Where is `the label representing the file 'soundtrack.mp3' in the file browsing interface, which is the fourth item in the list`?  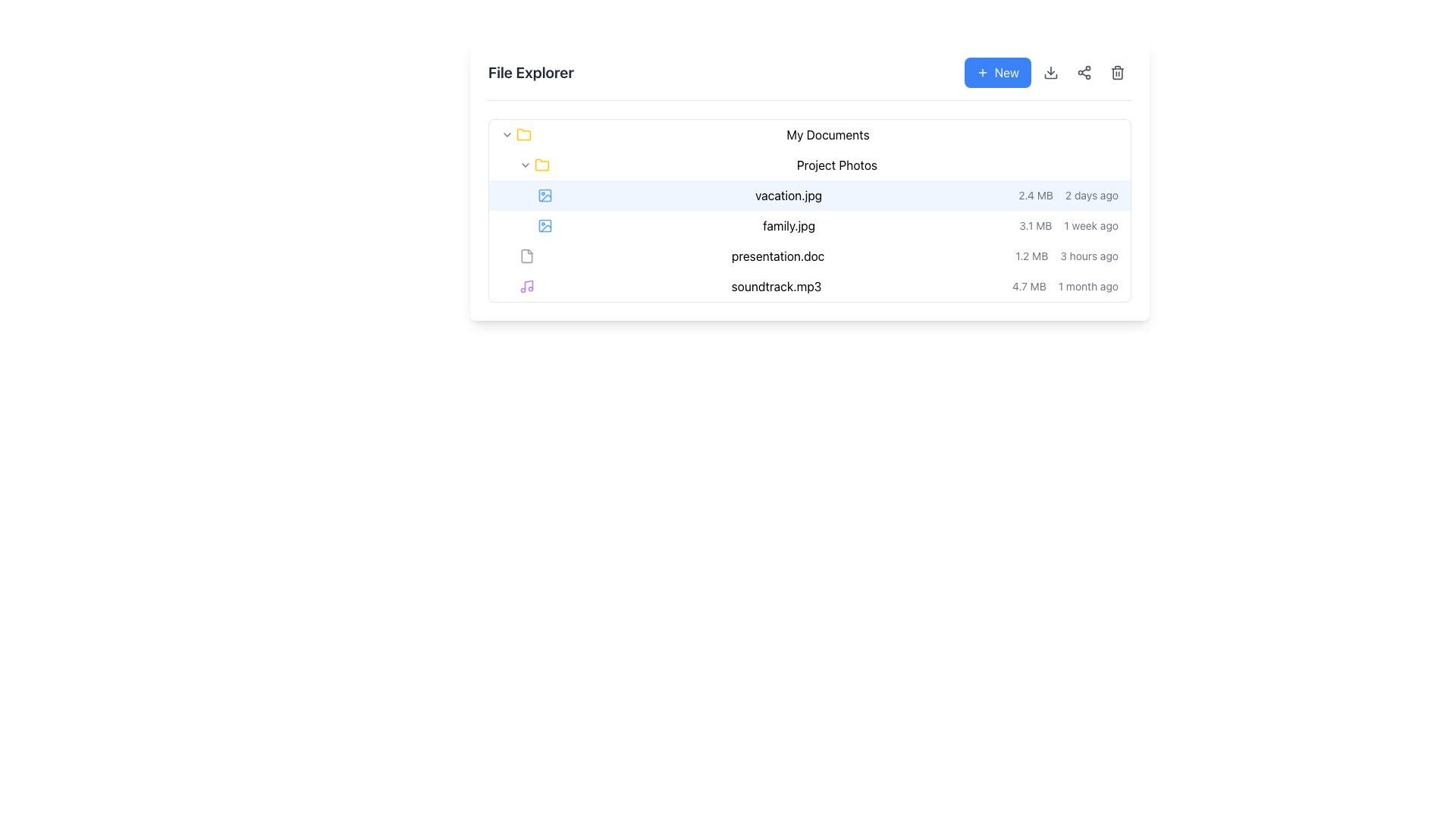
the label representing the file 'soundtrack.mp3' in the file browsing interface, which is the fourth item in the list is located at coordinates (777, 287).